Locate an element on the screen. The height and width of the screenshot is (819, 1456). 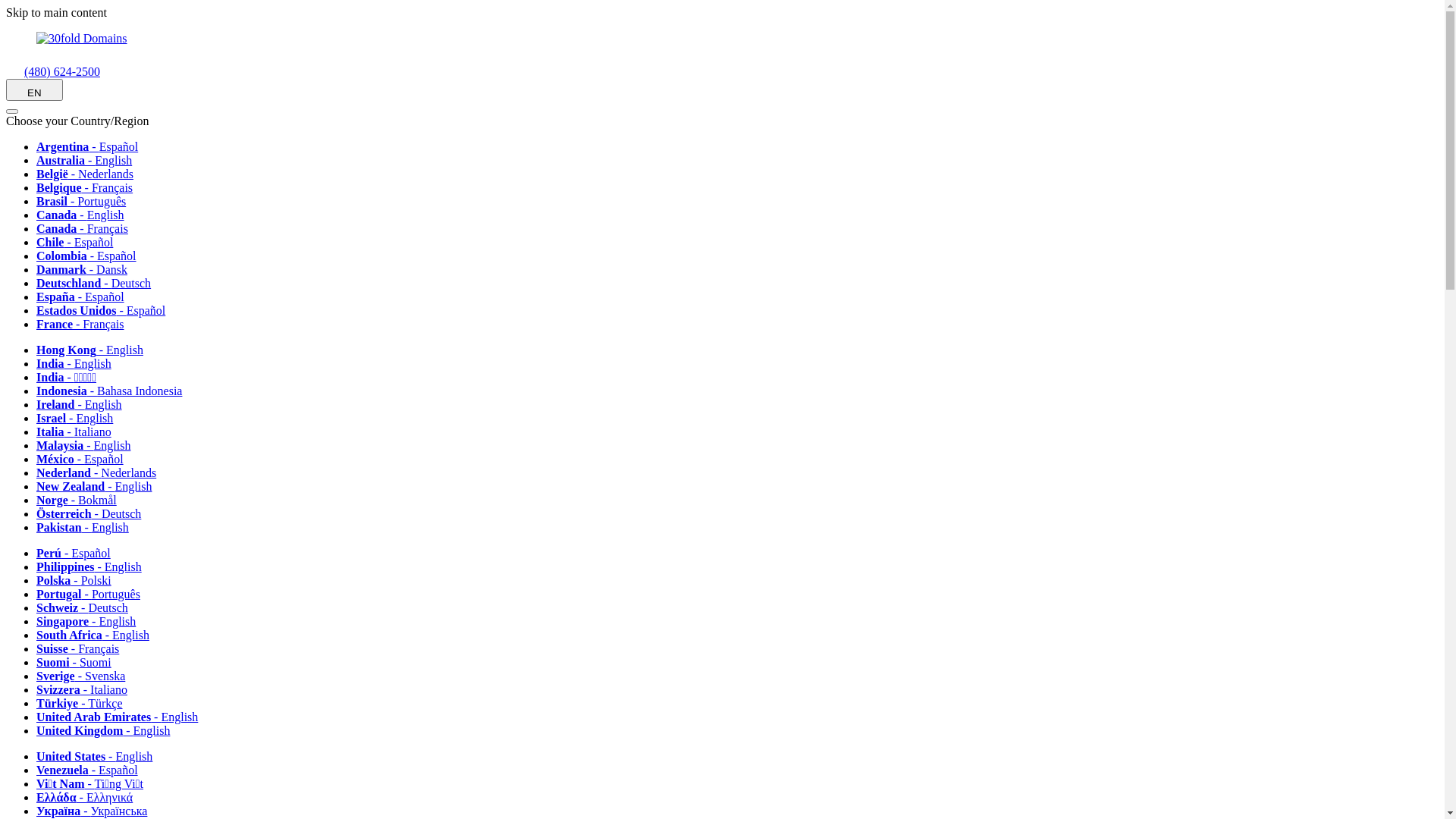
'Suomi - Suomi' is located at coordinates (78, 661).